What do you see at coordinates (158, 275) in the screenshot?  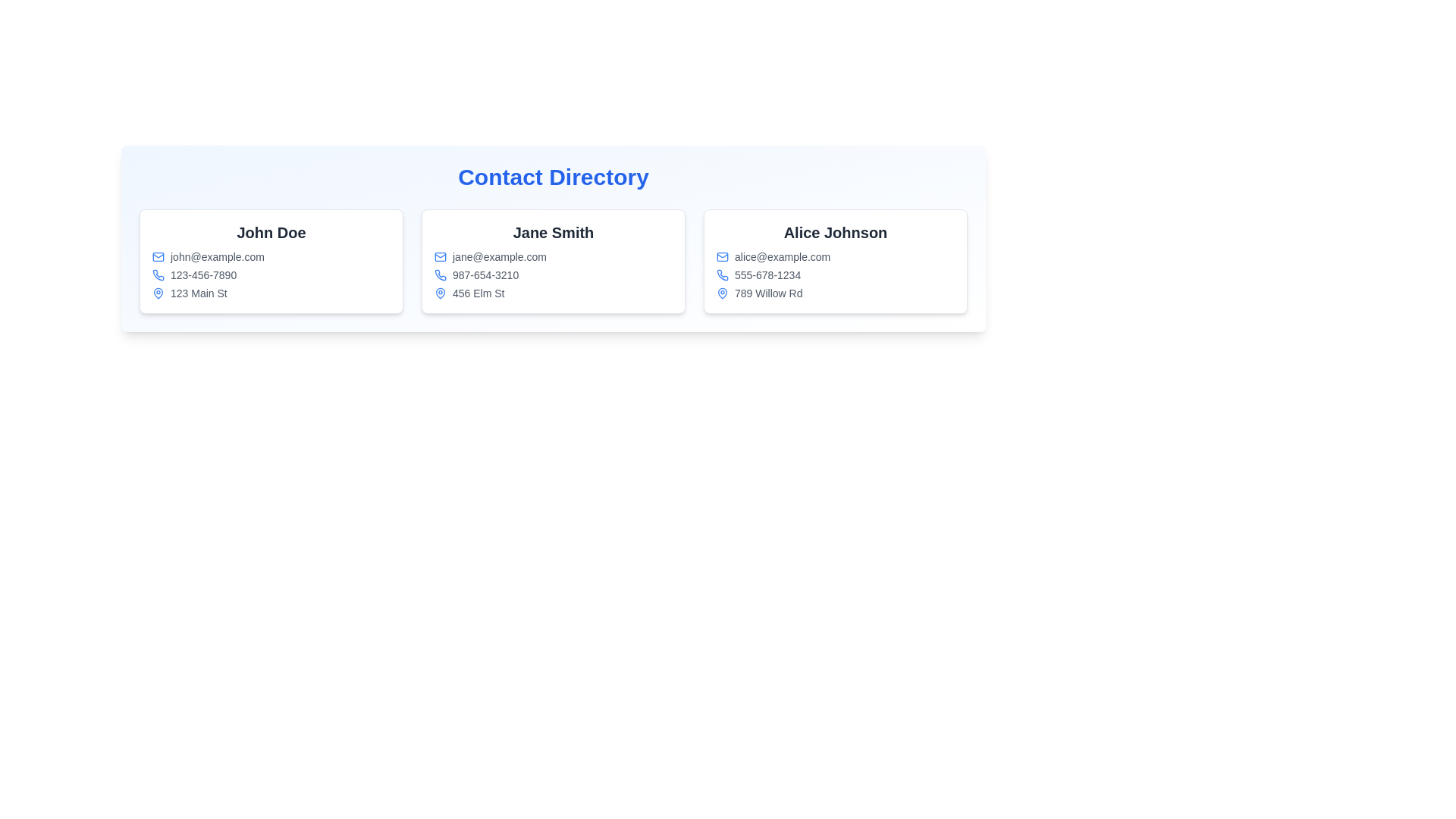 I see `the phone icon located to the left of the phone number '123-456-7890' in the contact card for 'John Doe'` at bounding box center [158, 275].